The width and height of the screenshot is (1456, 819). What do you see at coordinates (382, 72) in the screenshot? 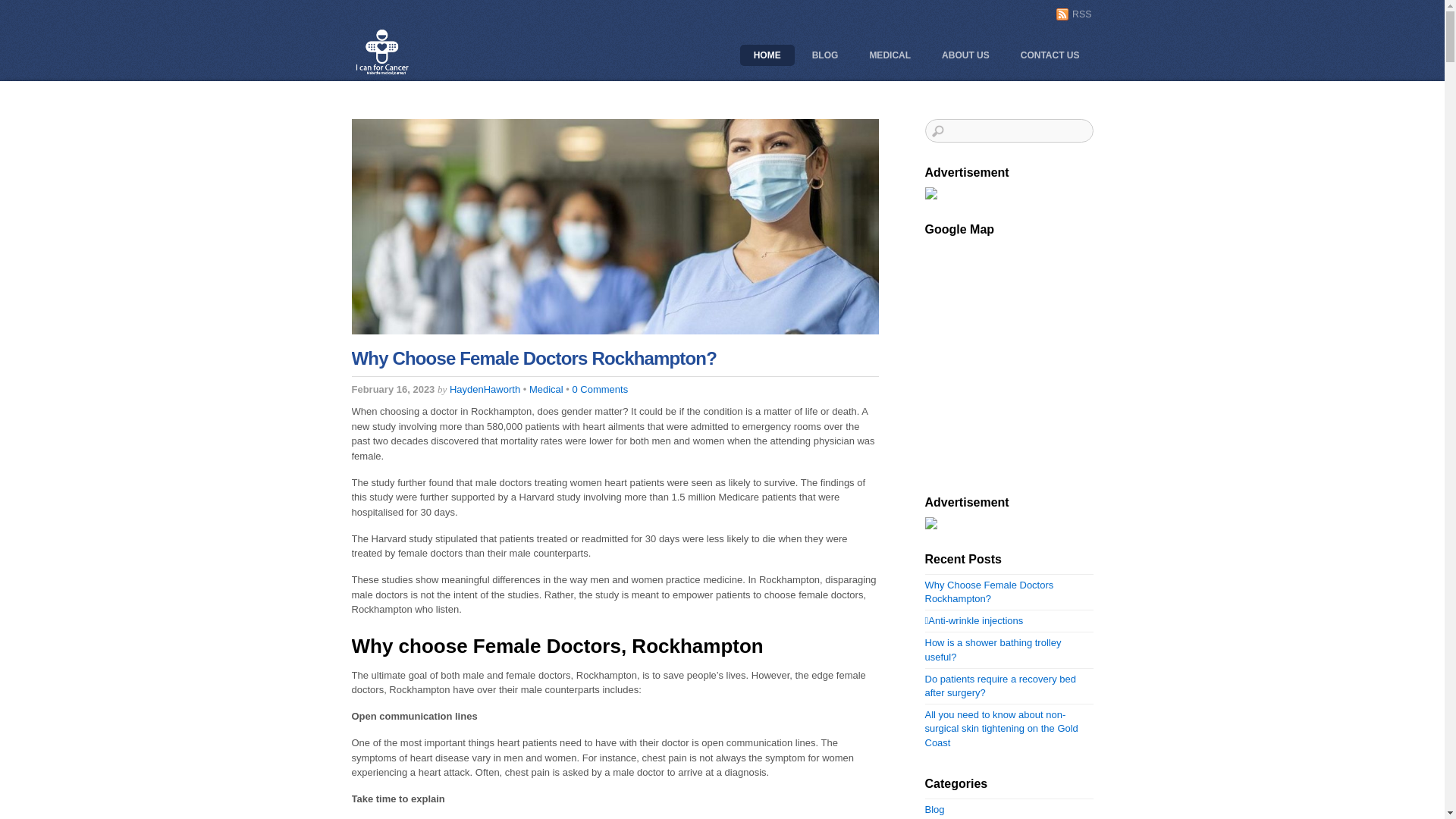
I see `'I can for Cancer'` at bounding box center [382, 72].